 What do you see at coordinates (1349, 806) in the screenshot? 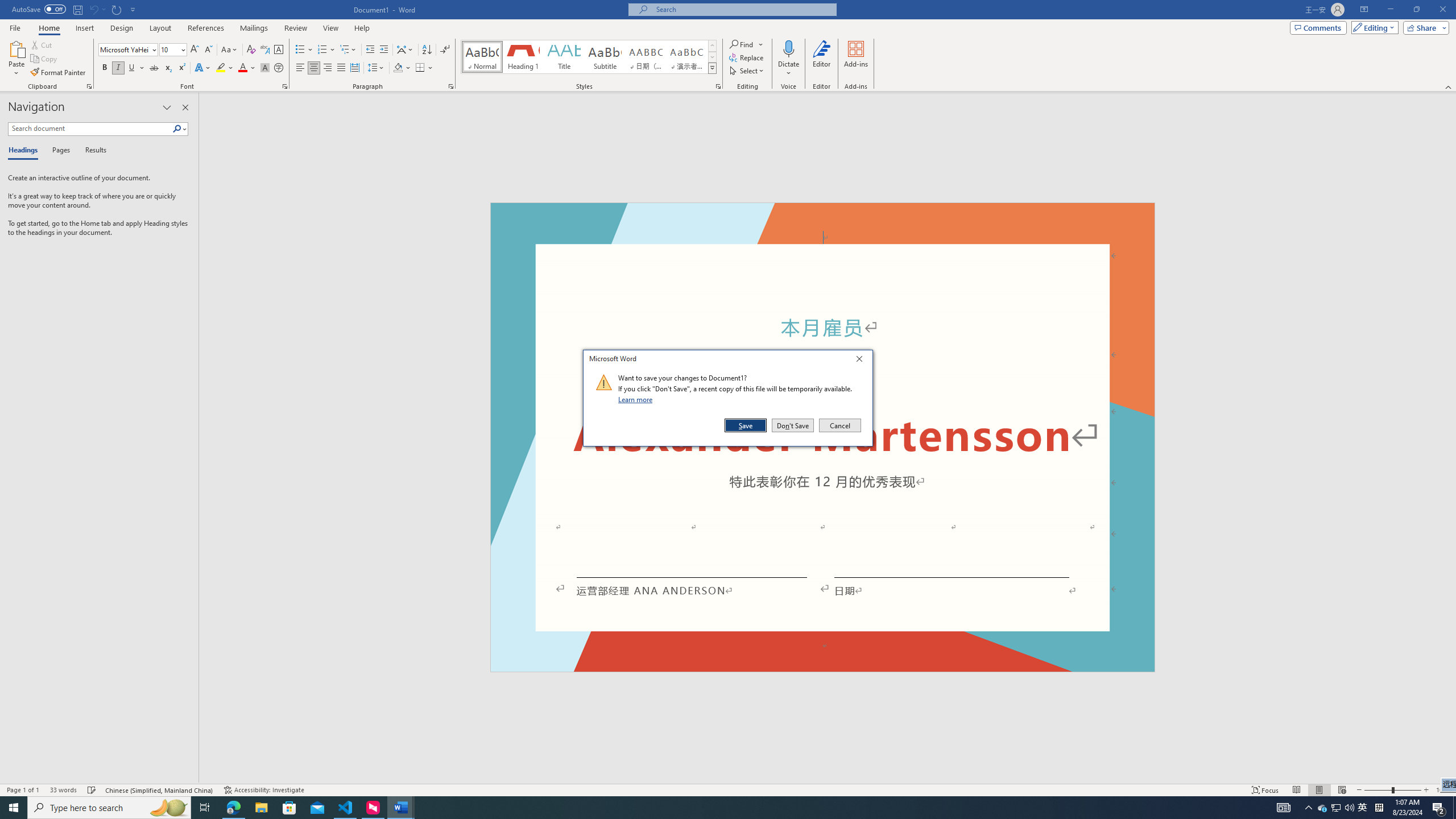
I see `'Q2790: 100%'` at bounding box center [1349, 806].